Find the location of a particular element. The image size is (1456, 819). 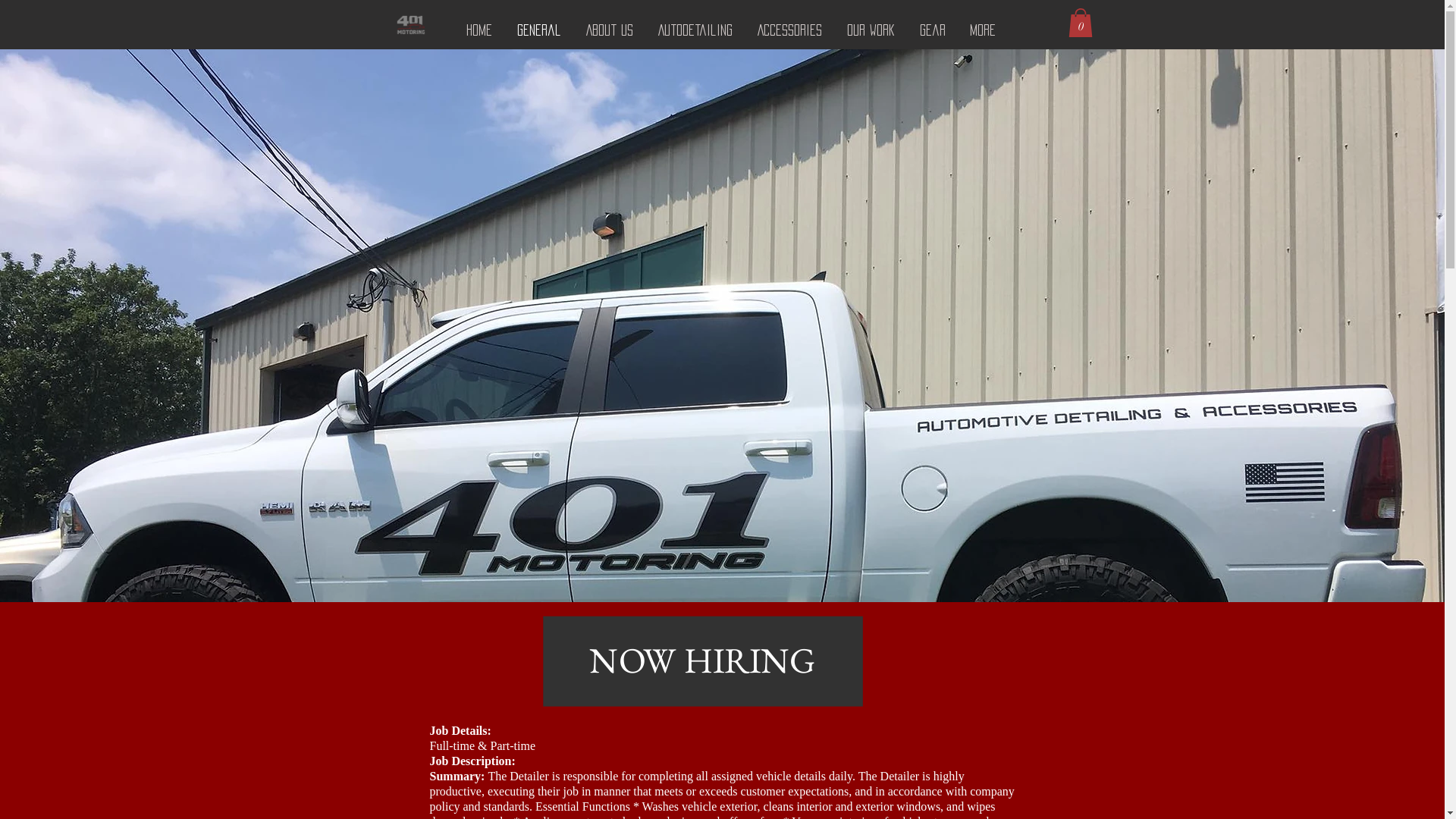

'Our Work' is located at coordinates (870, 30).